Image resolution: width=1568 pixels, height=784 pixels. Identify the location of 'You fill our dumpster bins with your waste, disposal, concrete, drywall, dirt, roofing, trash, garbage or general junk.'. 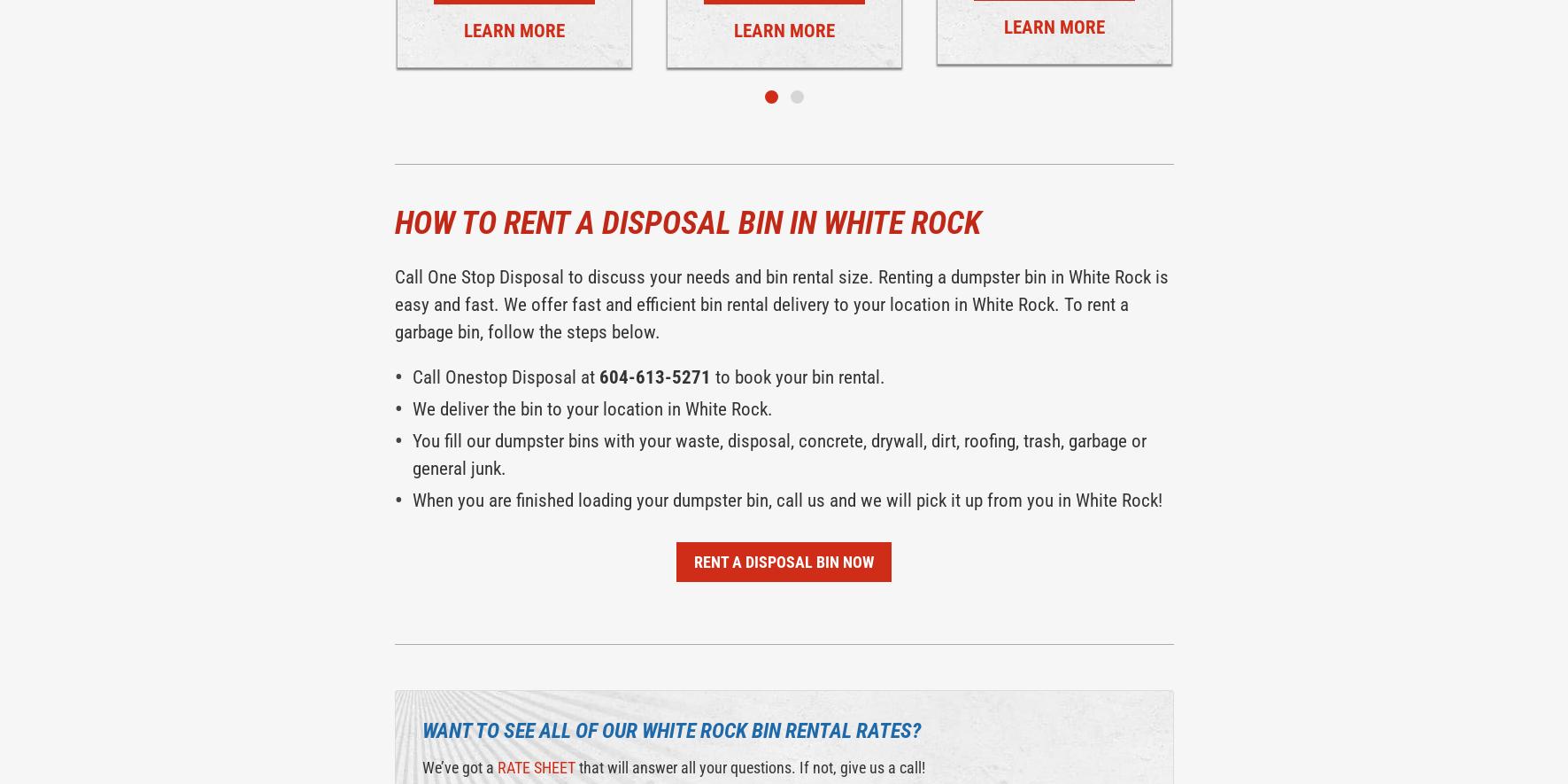
(412, 454).